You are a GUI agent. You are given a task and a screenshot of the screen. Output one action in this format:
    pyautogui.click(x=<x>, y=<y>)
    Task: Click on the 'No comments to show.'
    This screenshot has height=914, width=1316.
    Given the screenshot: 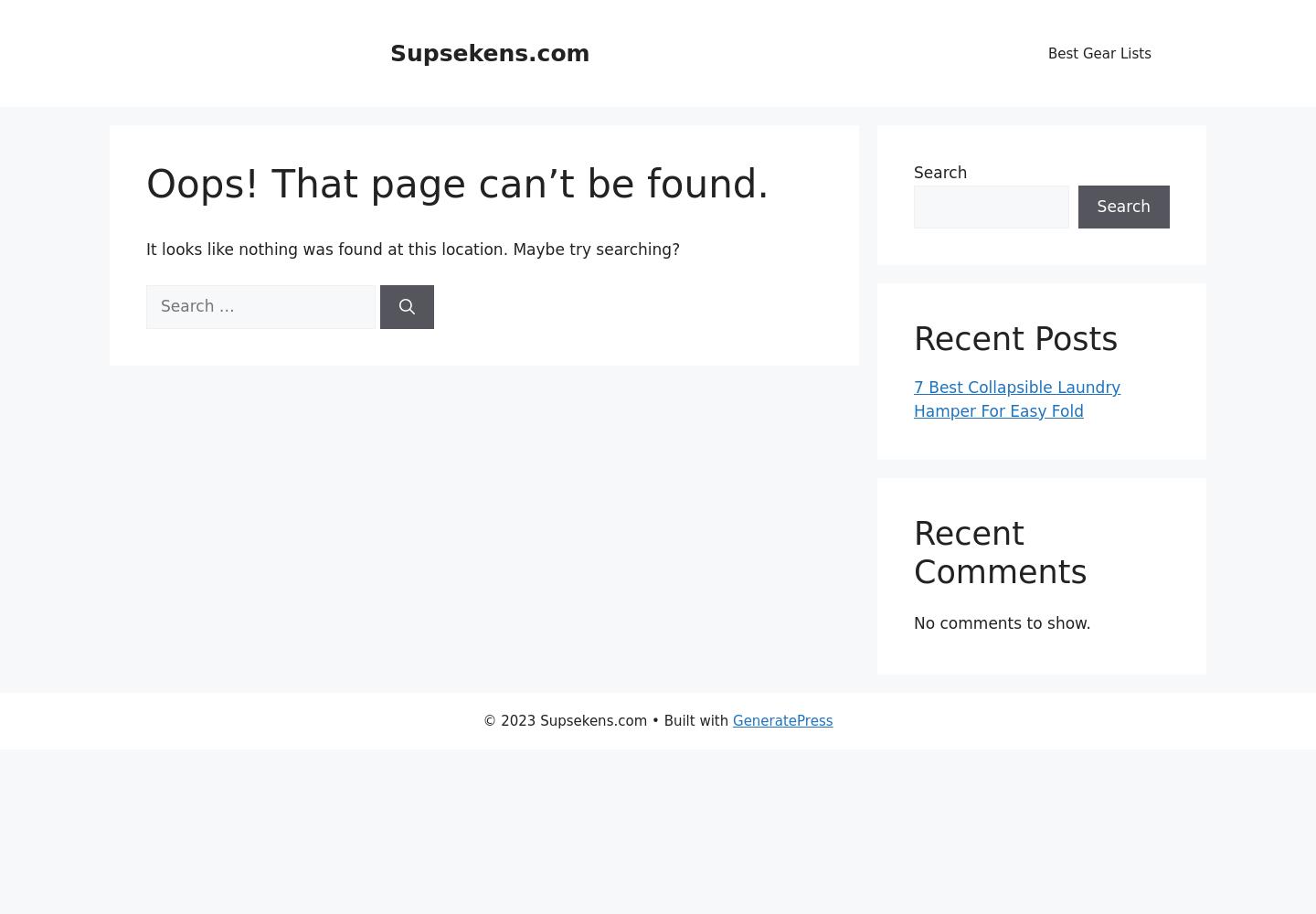 What is the action you would take?
    pyautogui.click(x=1001, y=623)
    